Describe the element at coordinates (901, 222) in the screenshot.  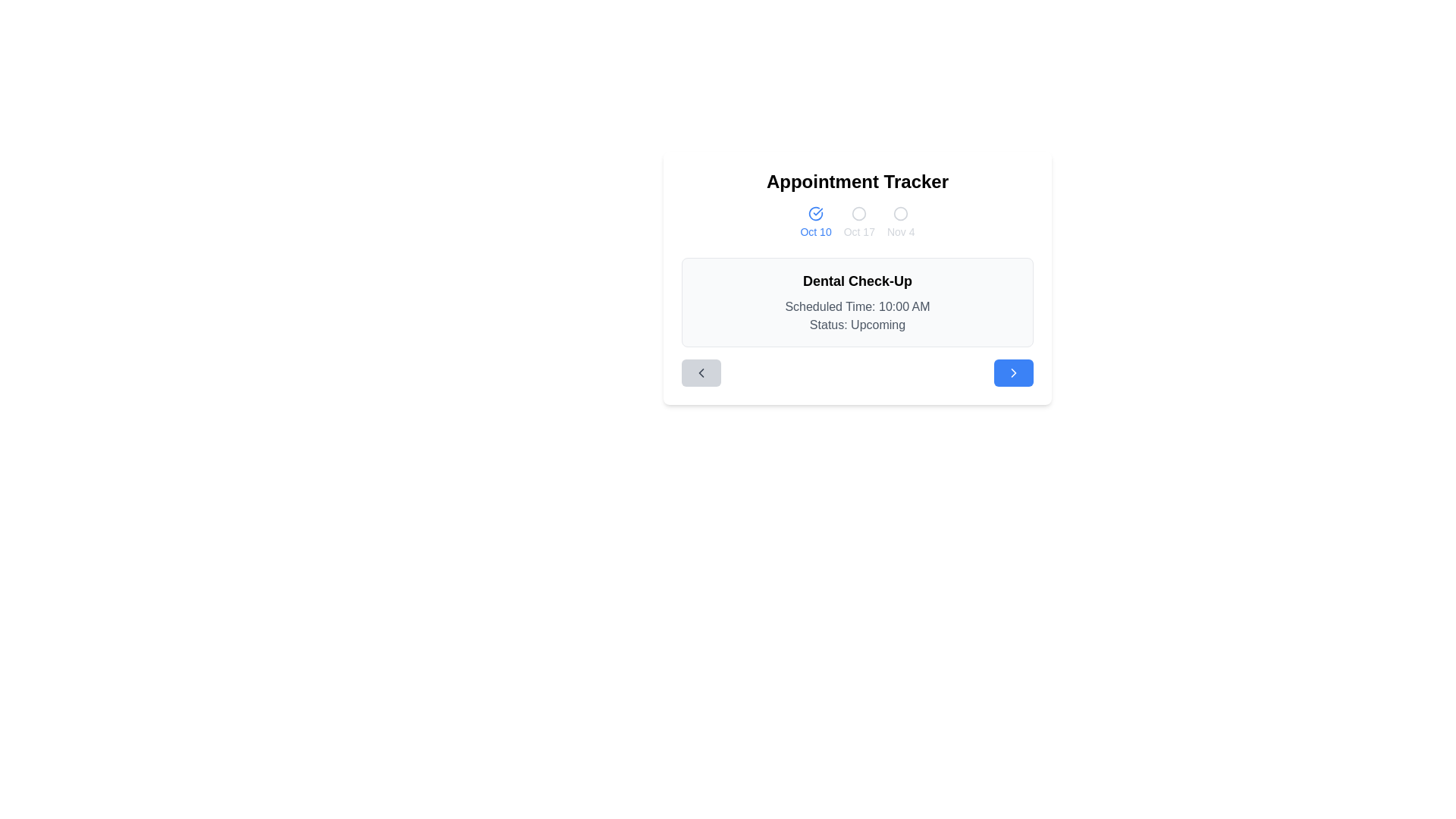
I see `the circular button displaying the date 'Nov 4'` at that location.